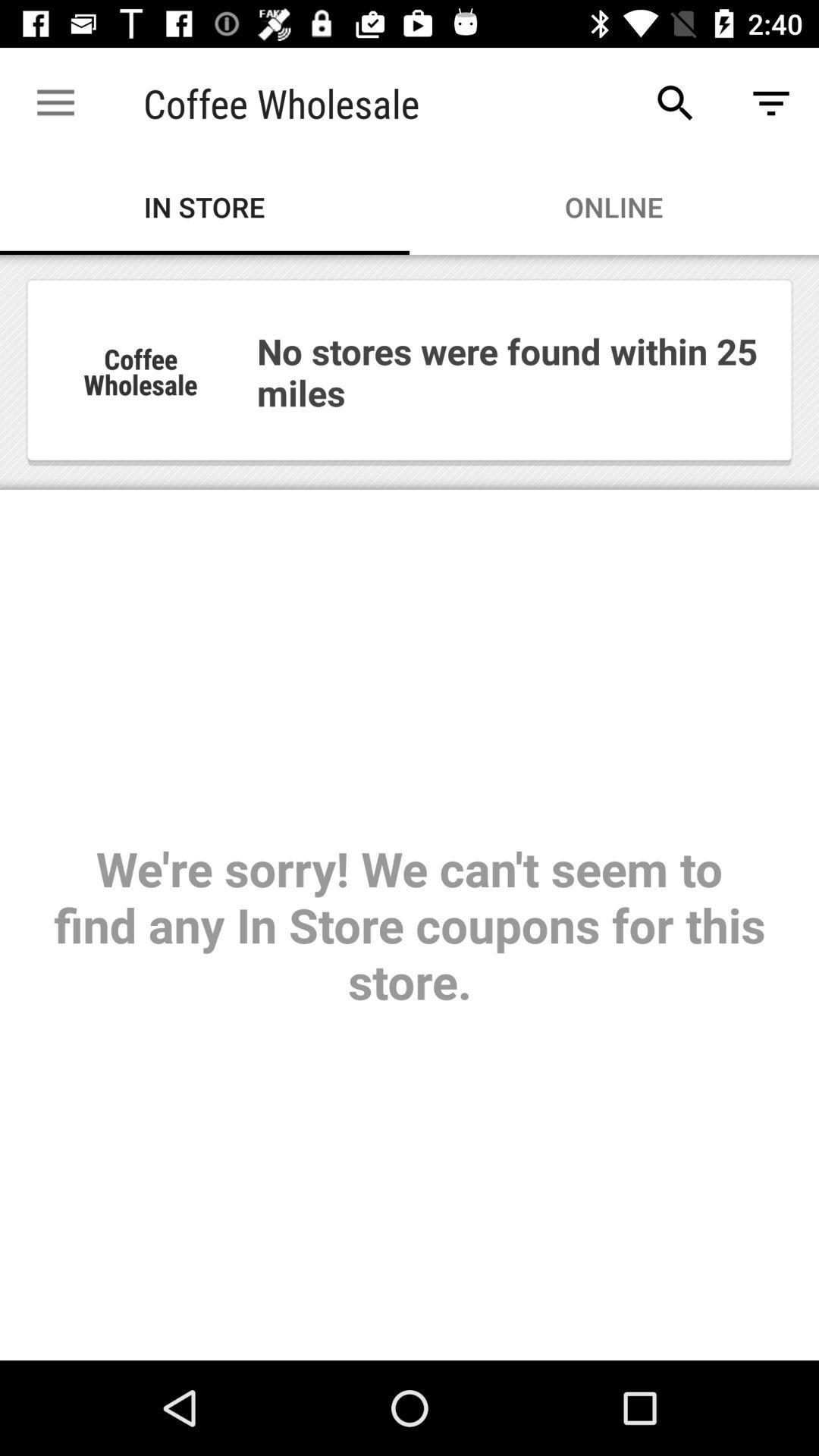 Image resolution: width=819 pixels, height=1456 pixels. I want to click on the app next to the coffee wholesale app, so click(675, 102).